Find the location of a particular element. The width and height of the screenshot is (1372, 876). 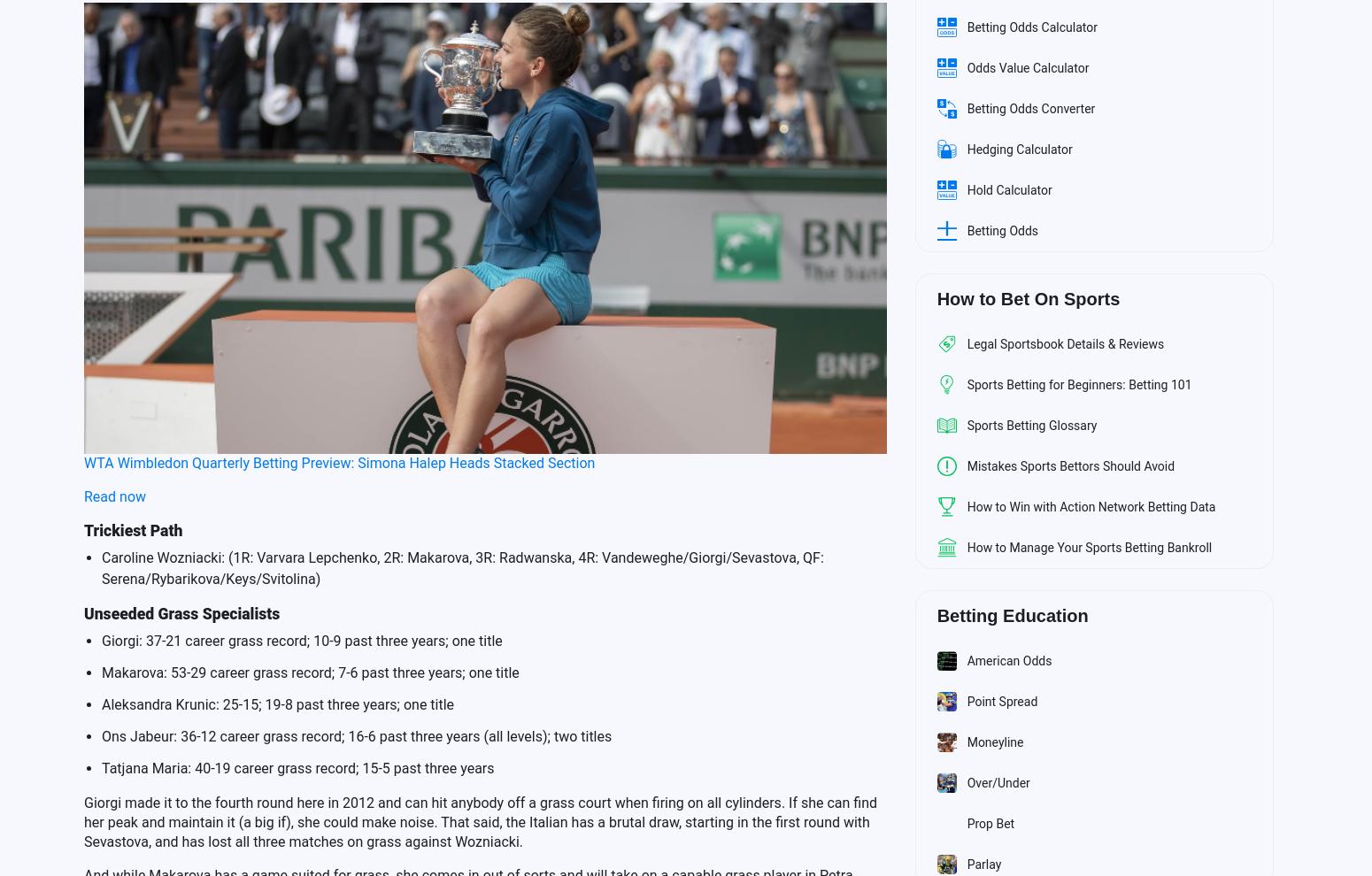

'Point Spread' is located at coordinates (1000, 701).